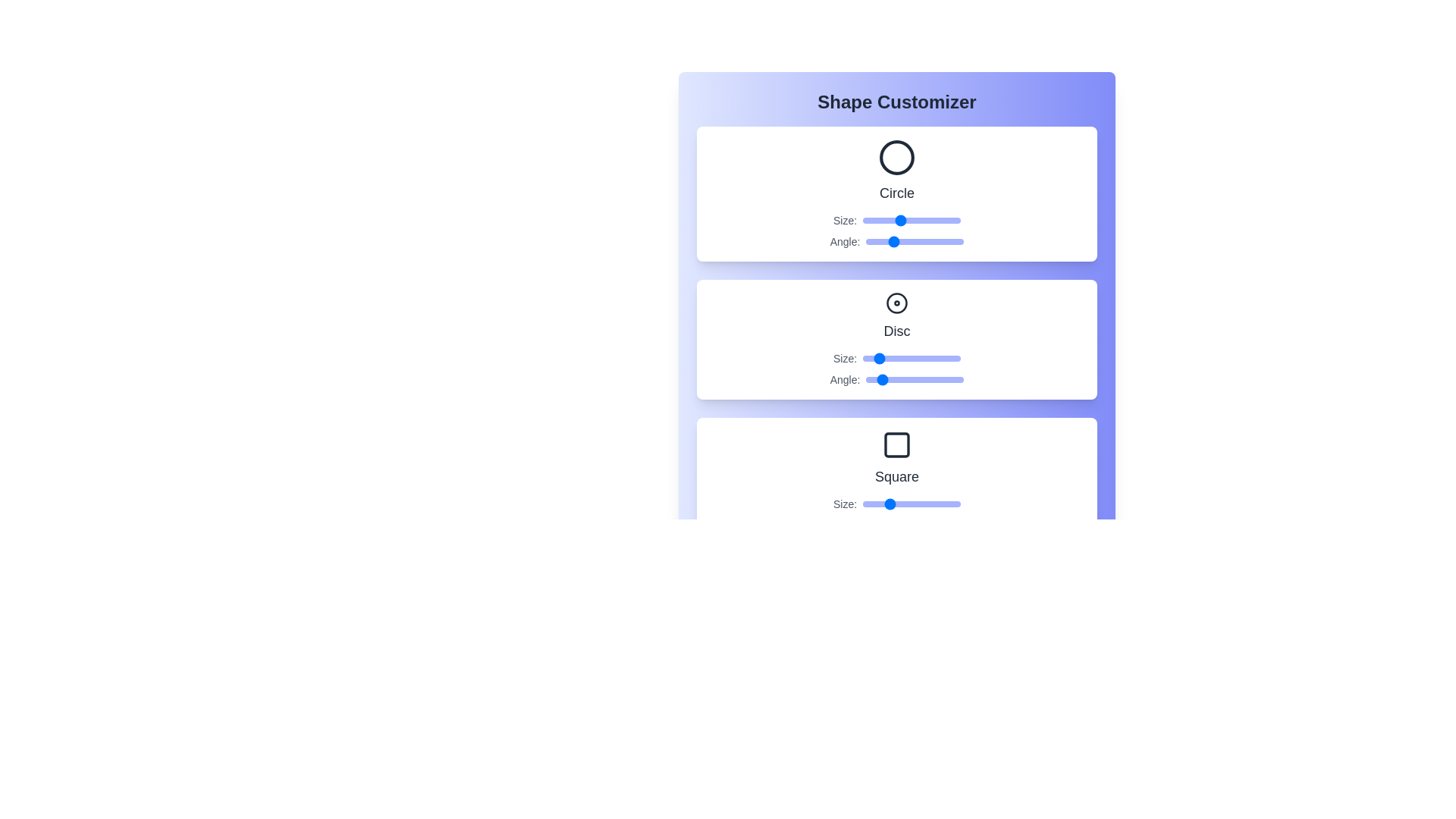 The width and height of the screenshot is (1456, 819). What do you see at coordinates (909, 504) in the screenshot?
I see `the size slider of the Square shape to 58` at bounding box center [909, 504].